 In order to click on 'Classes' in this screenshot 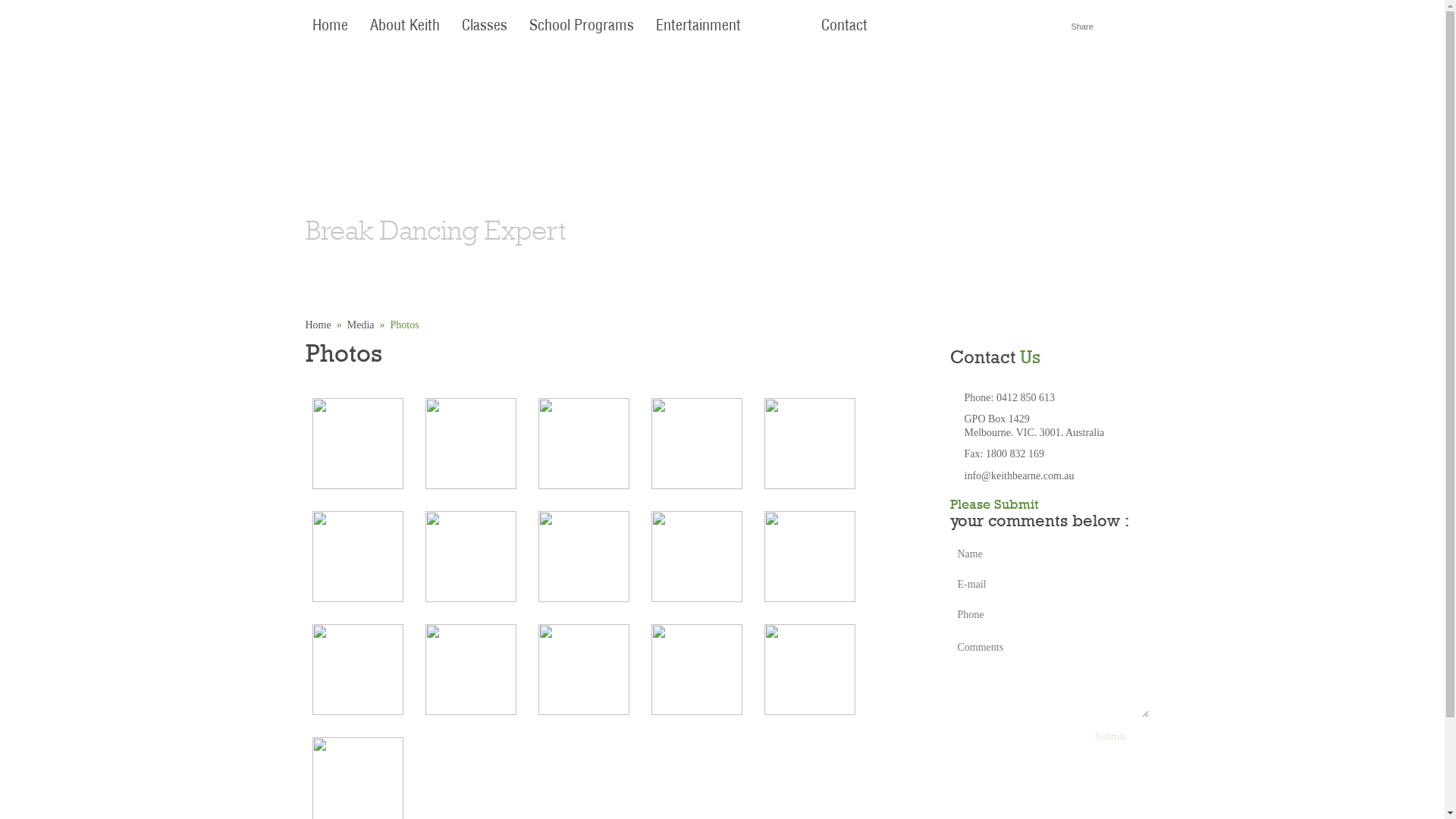, I will do `click(454, 26)`.